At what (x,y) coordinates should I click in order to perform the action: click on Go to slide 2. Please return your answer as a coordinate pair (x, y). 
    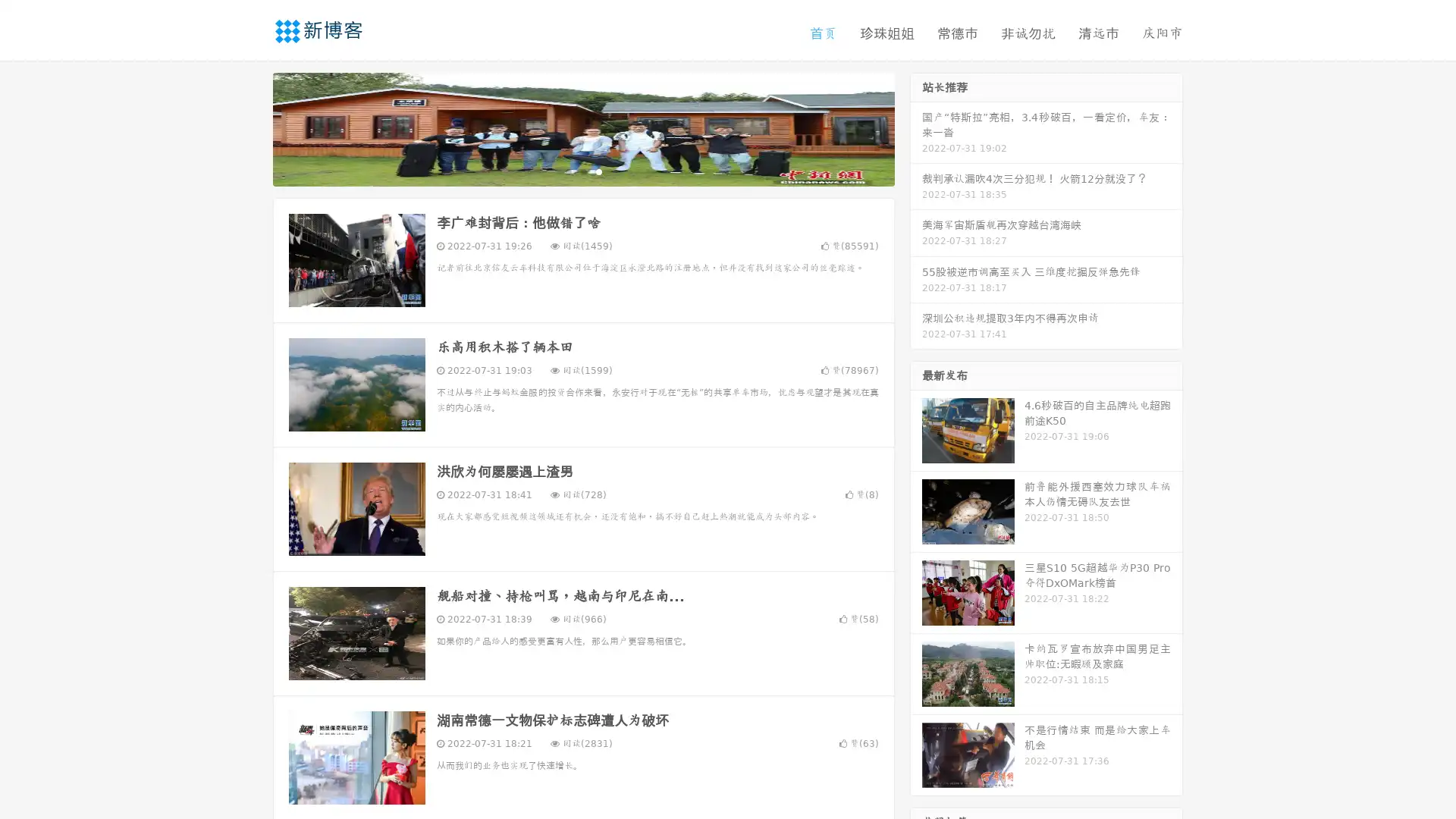
    Looking at the image, I should click on (582, 171).